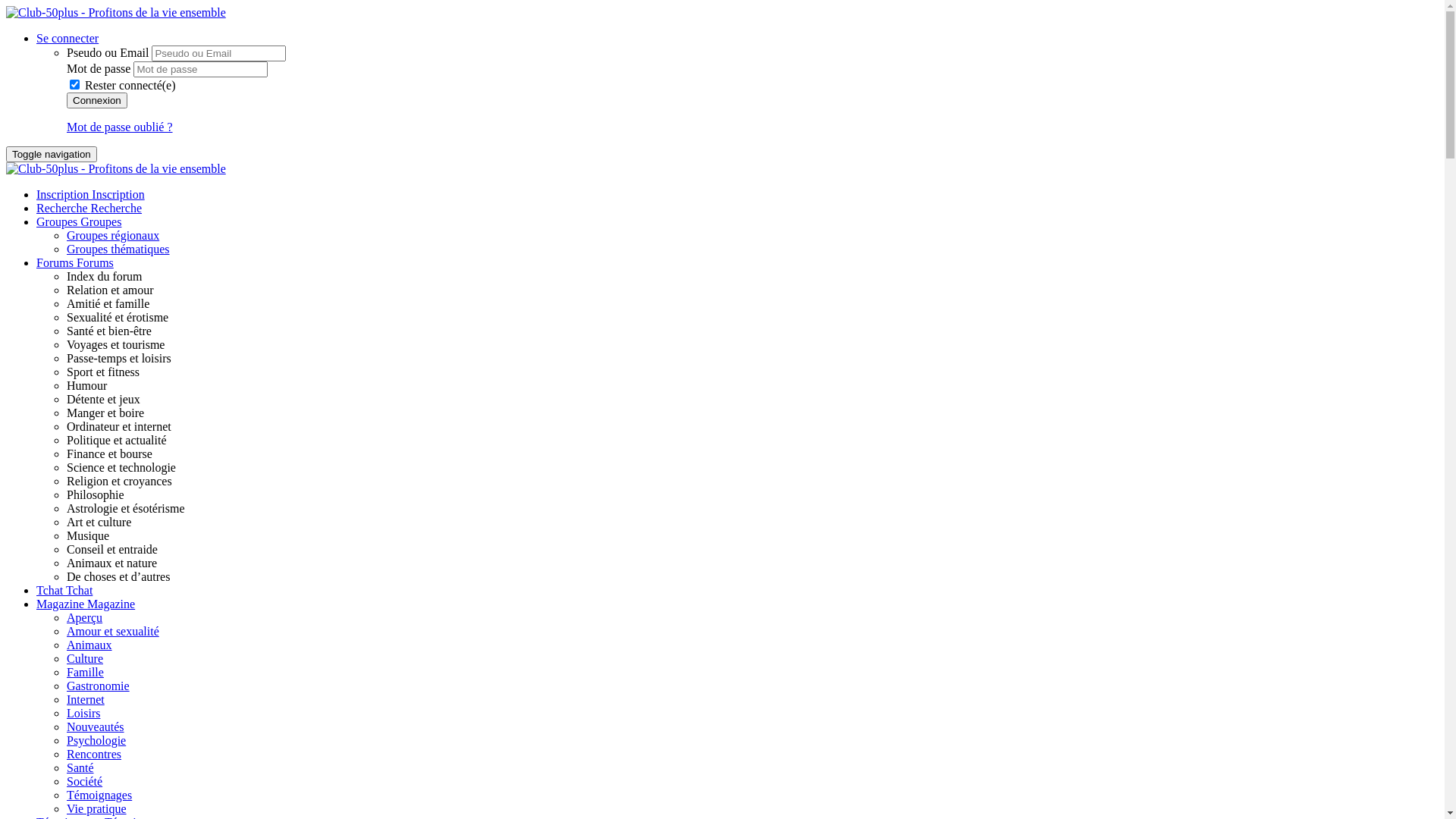 This screenshot has width=1456, height=819. What do you see at coordinates (78, 589) in the screenshot?
I see `'Tchat'` at bounding box center [78, 589].